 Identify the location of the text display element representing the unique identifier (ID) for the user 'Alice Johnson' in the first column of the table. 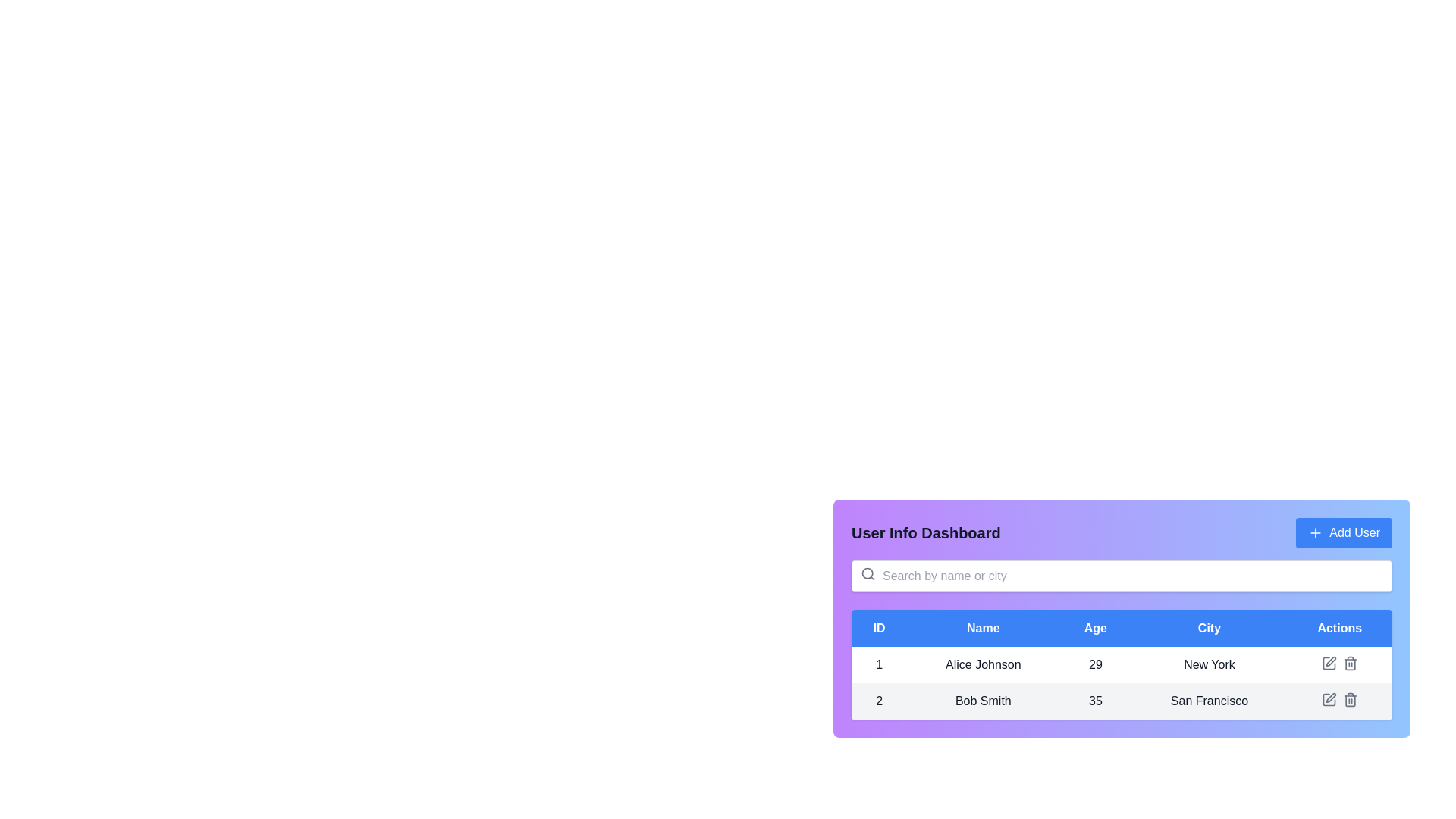
(879, 664).